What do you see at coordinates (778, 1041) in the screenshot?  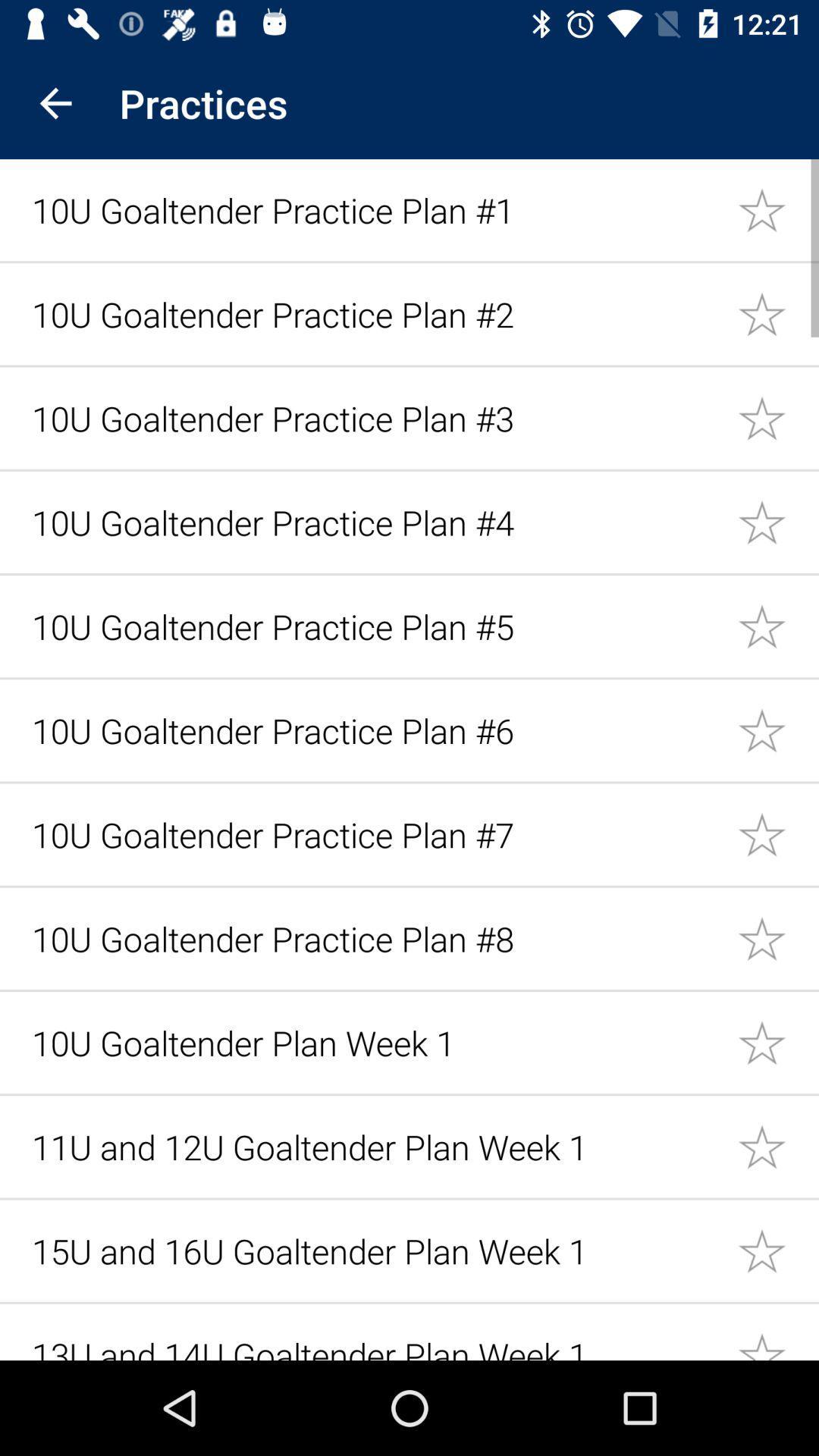 I see `save` at bounding box center [778, 1041].